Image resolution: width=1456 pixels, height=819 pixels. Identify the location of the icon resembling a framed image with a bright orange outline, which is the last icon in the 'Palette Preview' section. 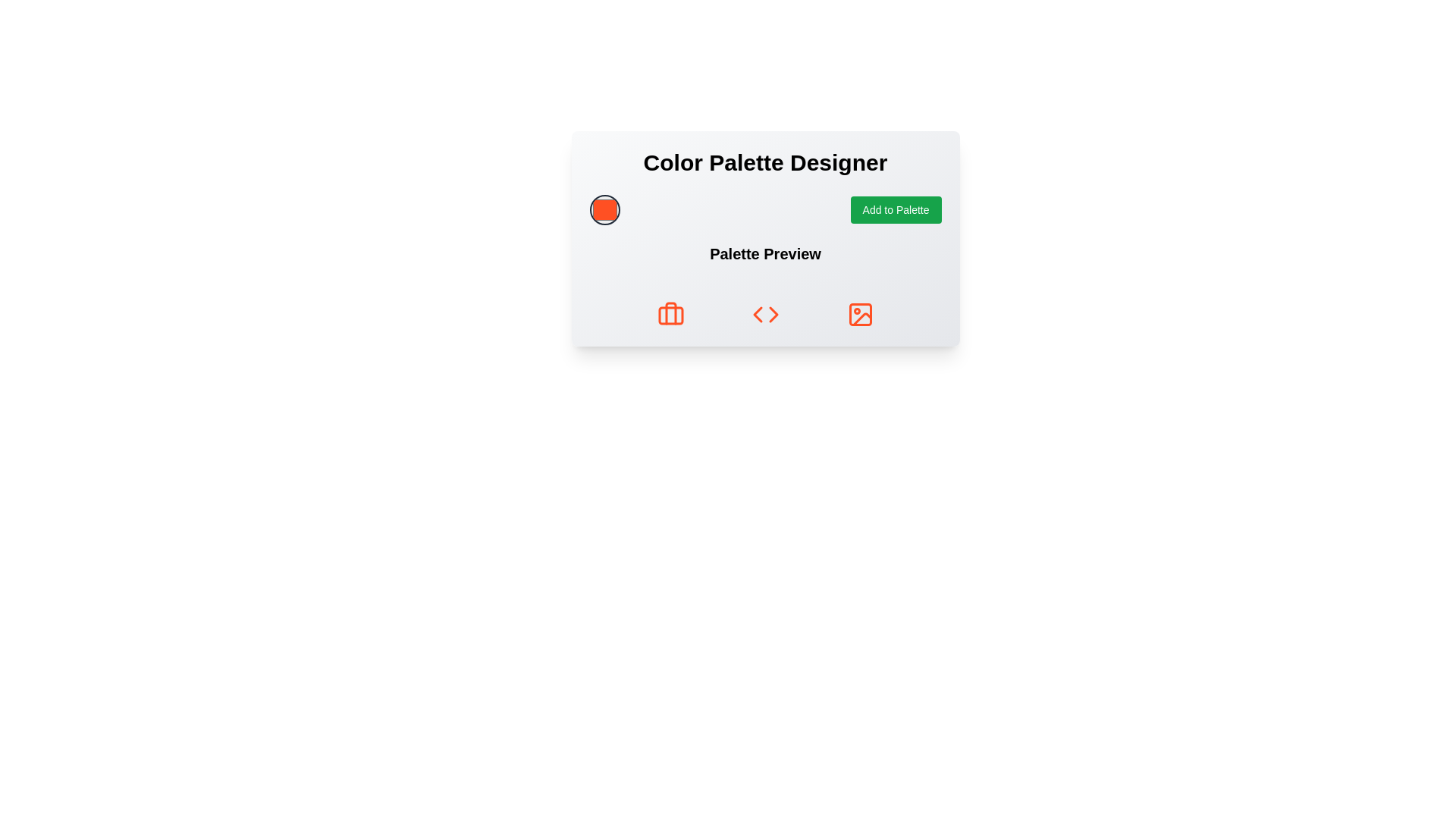
(860, 314).